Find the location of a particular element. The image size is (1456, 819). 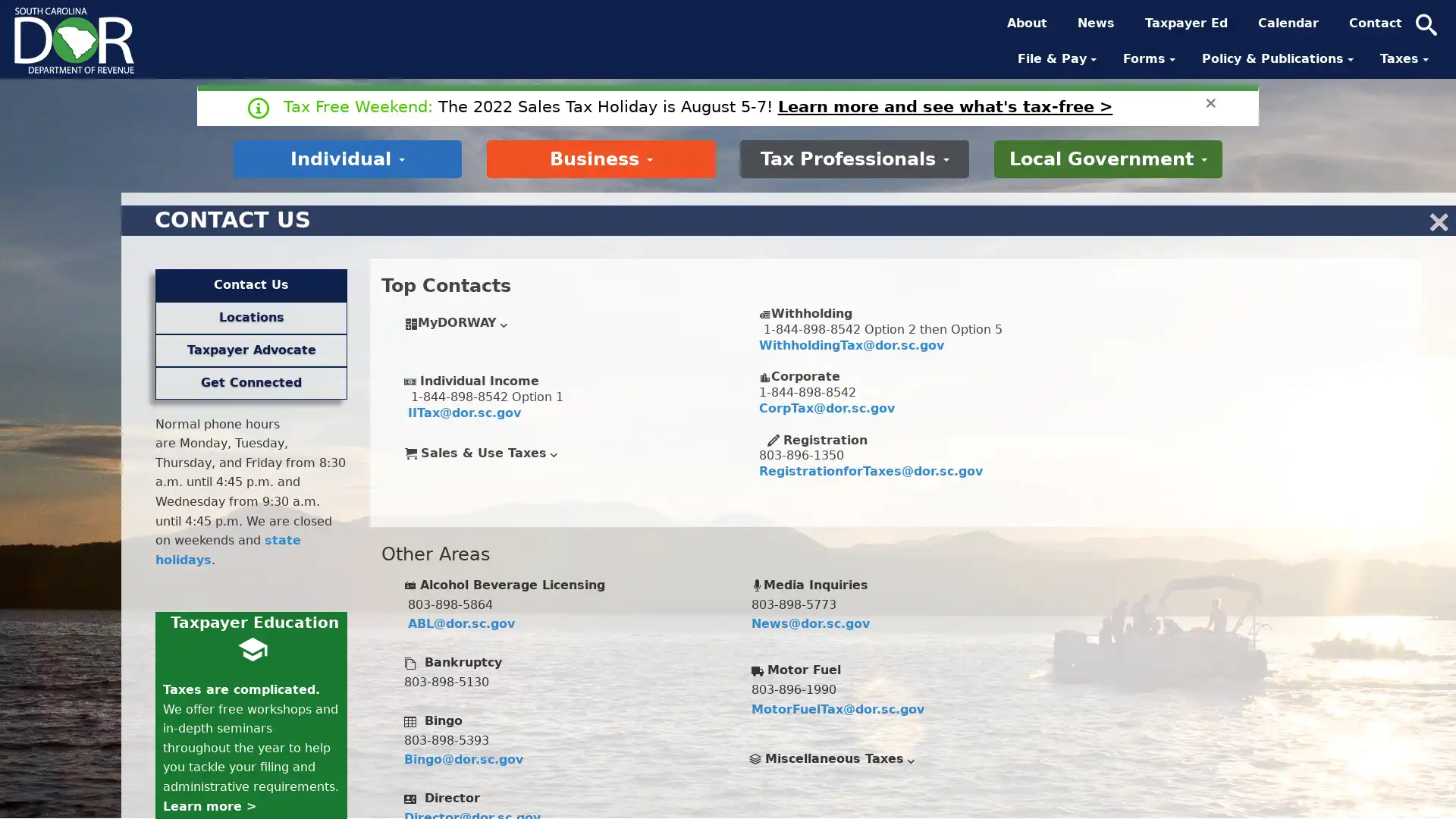

Business is located at coordinates (600, 158).